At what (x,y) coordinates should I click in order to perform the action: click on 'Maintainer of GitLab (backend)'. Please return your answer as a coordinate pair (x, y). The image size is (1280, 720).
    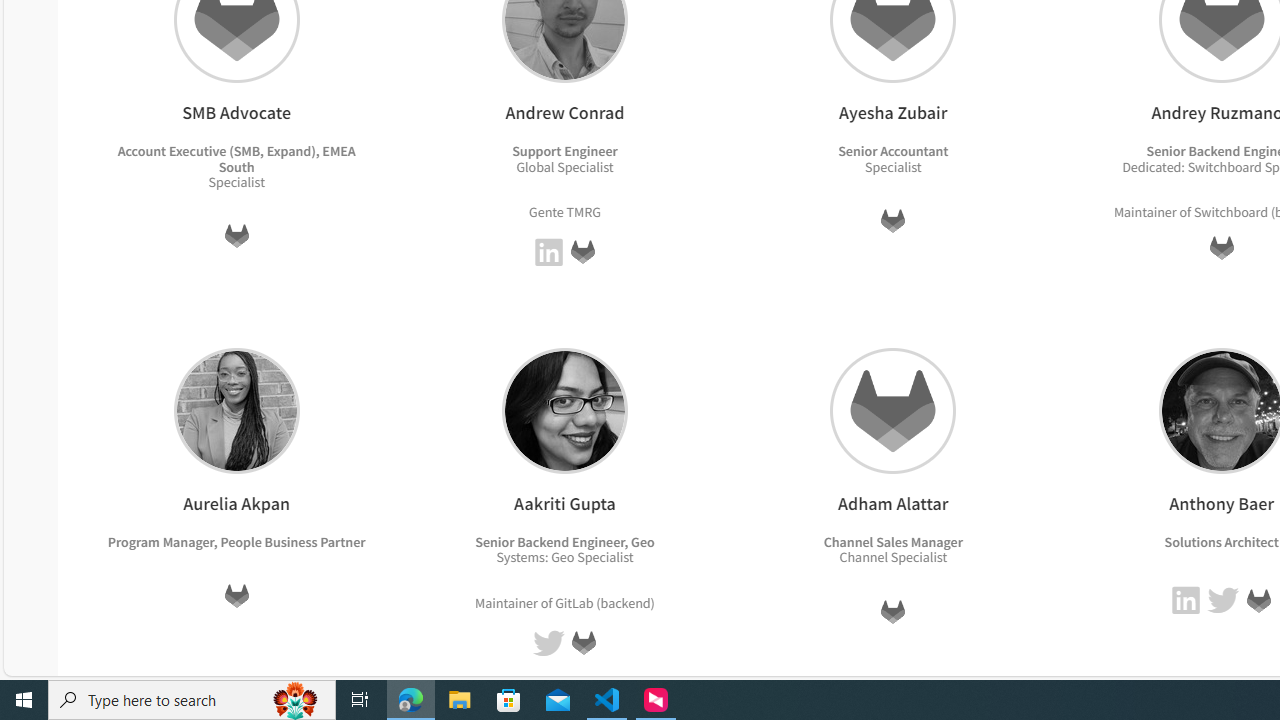
    Looking at the image, I should click on (564, 601).